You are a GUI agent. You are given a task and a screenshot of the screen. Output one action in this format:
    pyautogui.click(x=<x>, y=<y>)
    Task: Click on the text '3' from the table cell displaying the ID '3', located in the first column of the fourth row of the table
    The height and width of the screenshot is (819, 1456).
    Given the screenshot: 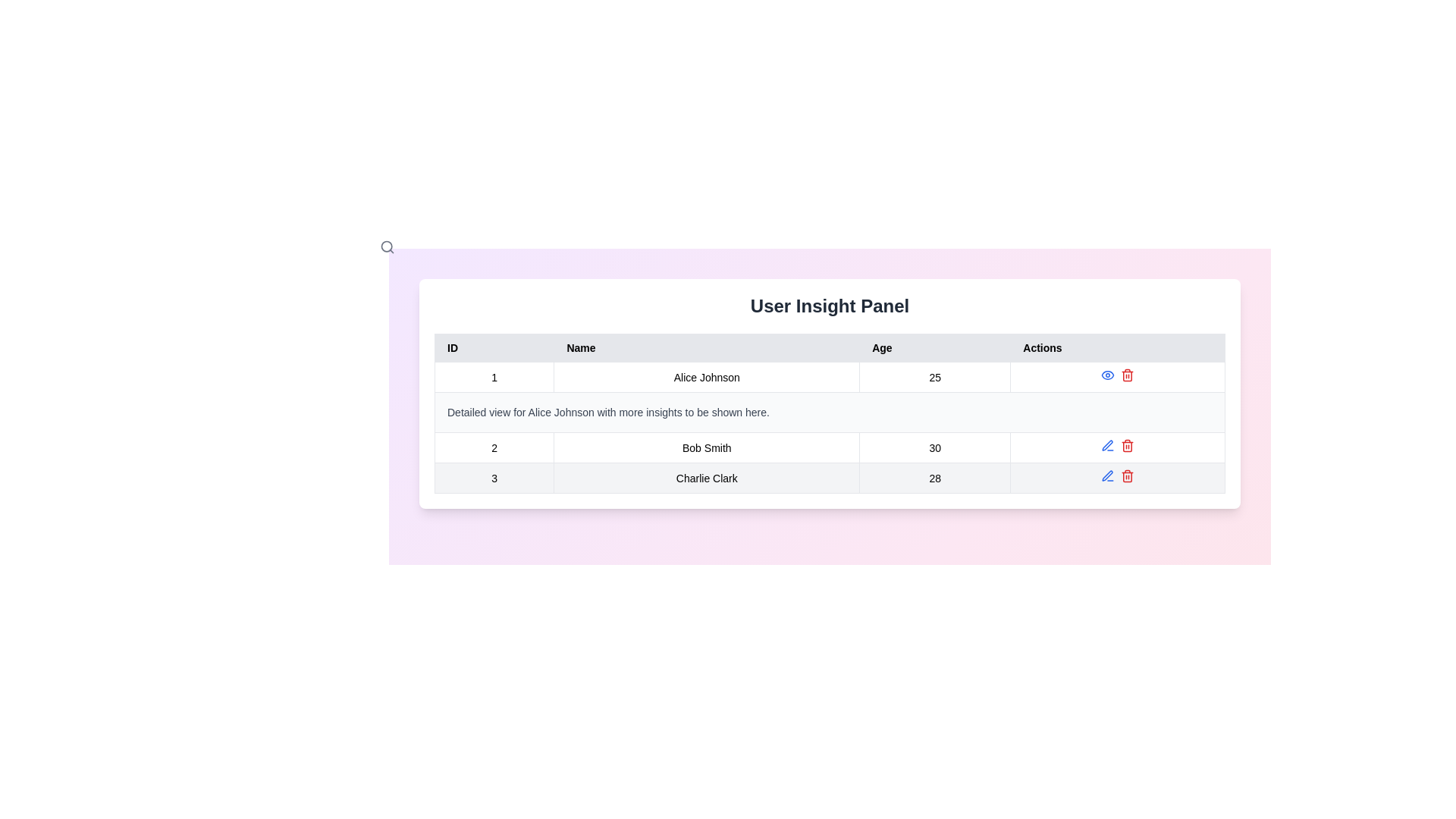 What is the action you would take?
    pyautogui.click(x=494, y=478)
    